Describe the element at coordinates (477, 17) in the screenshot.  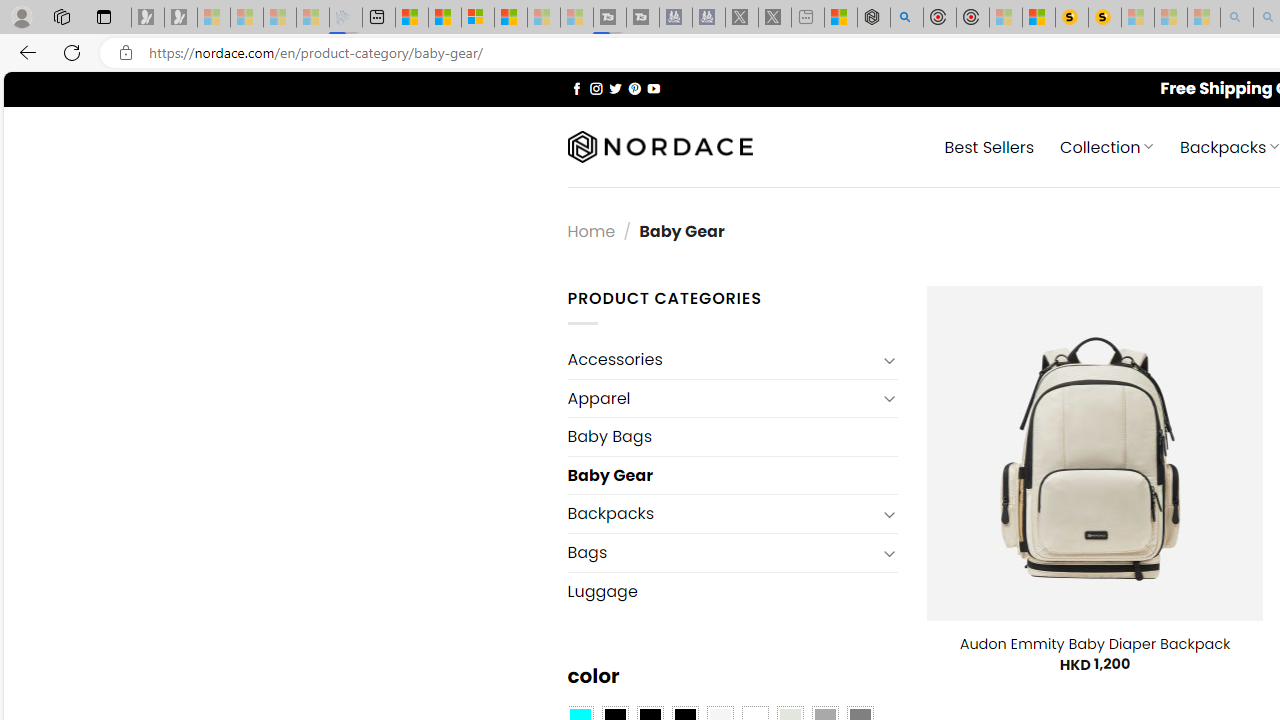
I see `'Overview'` at that location.